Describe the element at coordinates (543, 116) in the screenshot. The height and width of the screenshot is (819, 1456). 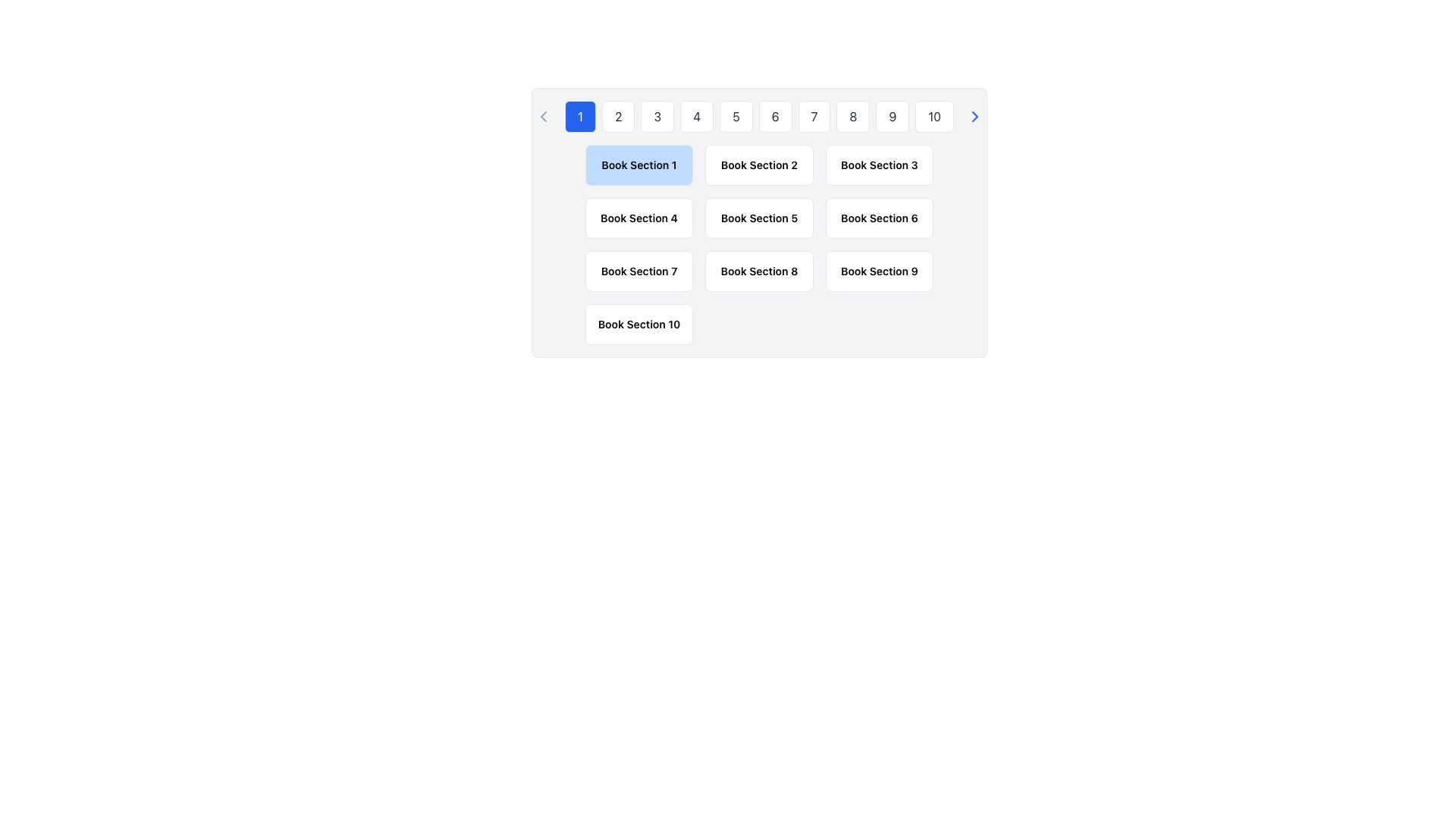
I see `the leftward-pointing gray arrow icon in the pagination control system, which is located immediately to the left of the blue-highlighted button labeled '1'` at that location.